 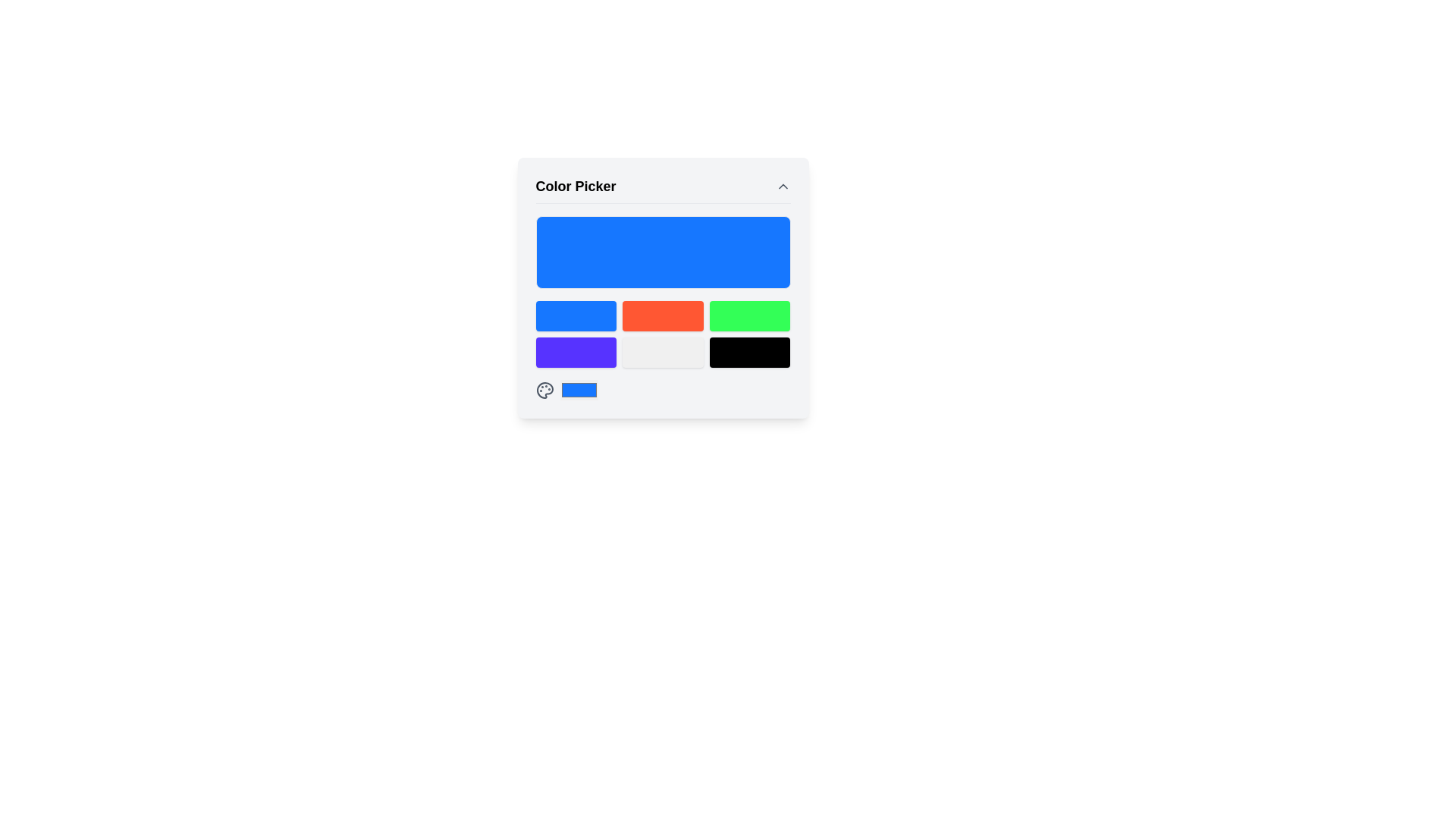 I want to click on the small triangular-shaped icon resembling an upward arrow in the top-right corner of the 'Color Picker' title bar, so click(x=783, y=186).